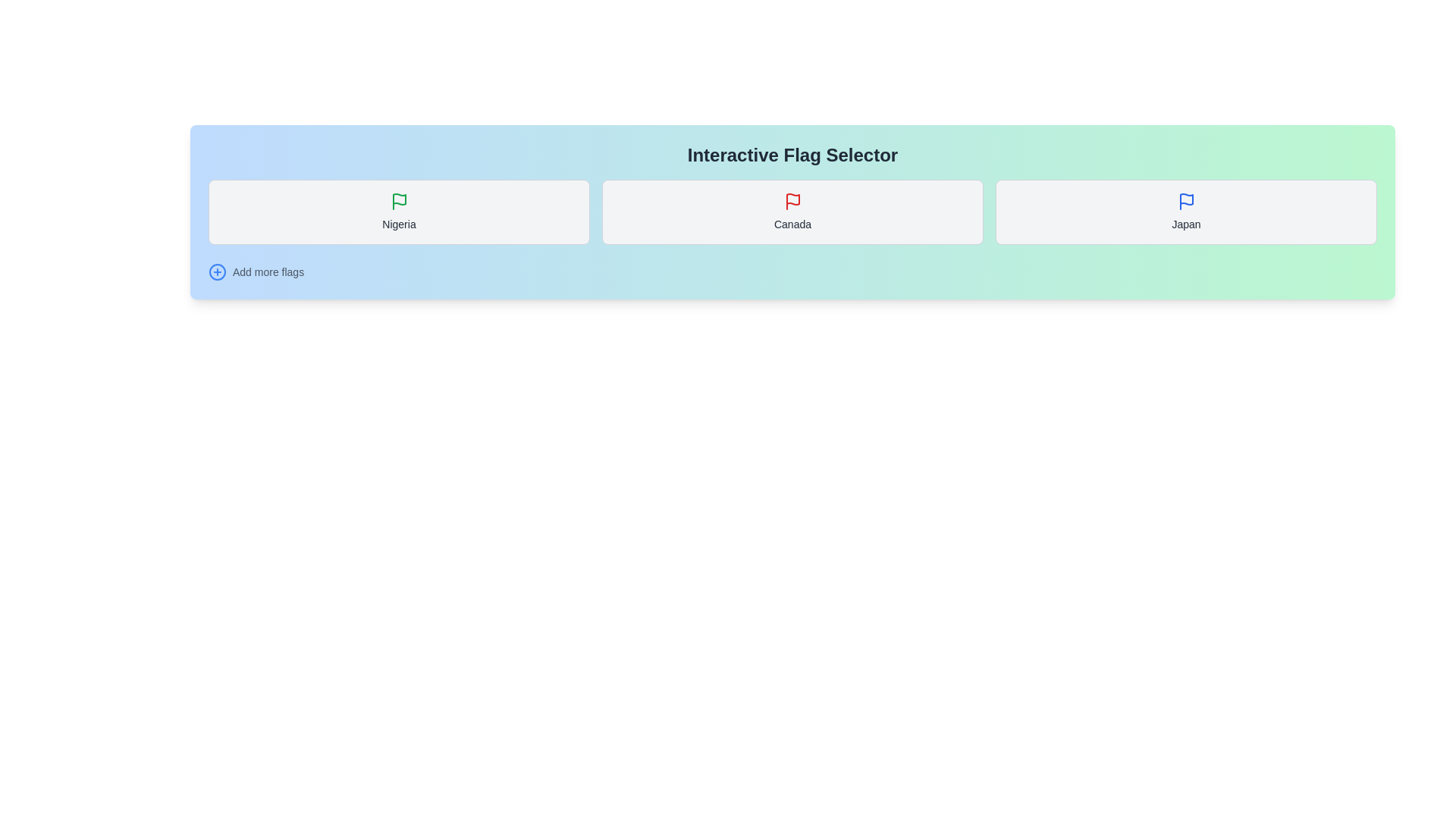 The height and width of the screenshot is (819, 1456). What do you see at coordinates (792, 212) in the screenshot?
I see `the flag corresponding to Canada` at bounding box center [792, 212].